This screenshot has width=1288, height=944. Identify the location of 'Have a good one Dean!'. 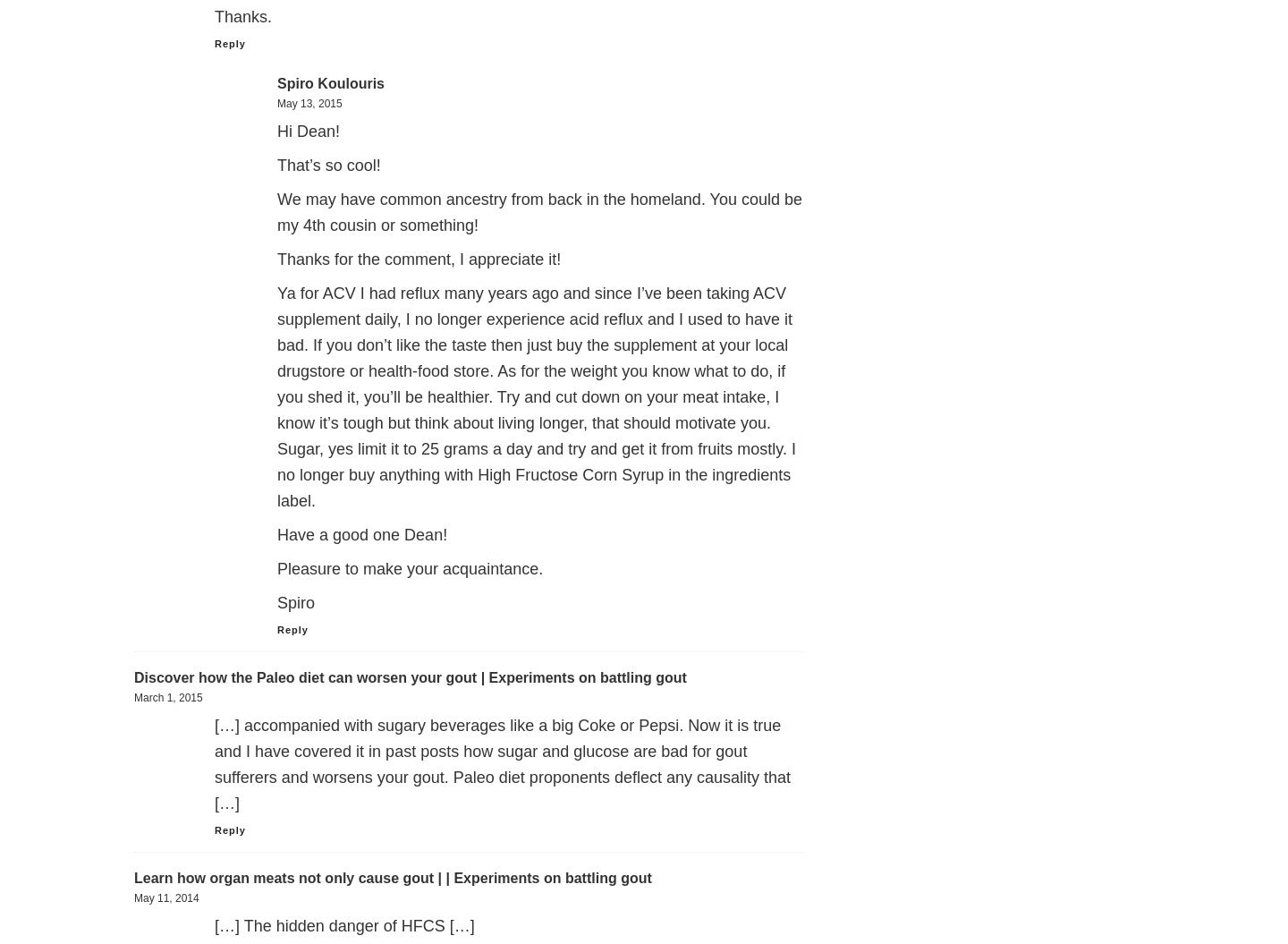
(360, 534).